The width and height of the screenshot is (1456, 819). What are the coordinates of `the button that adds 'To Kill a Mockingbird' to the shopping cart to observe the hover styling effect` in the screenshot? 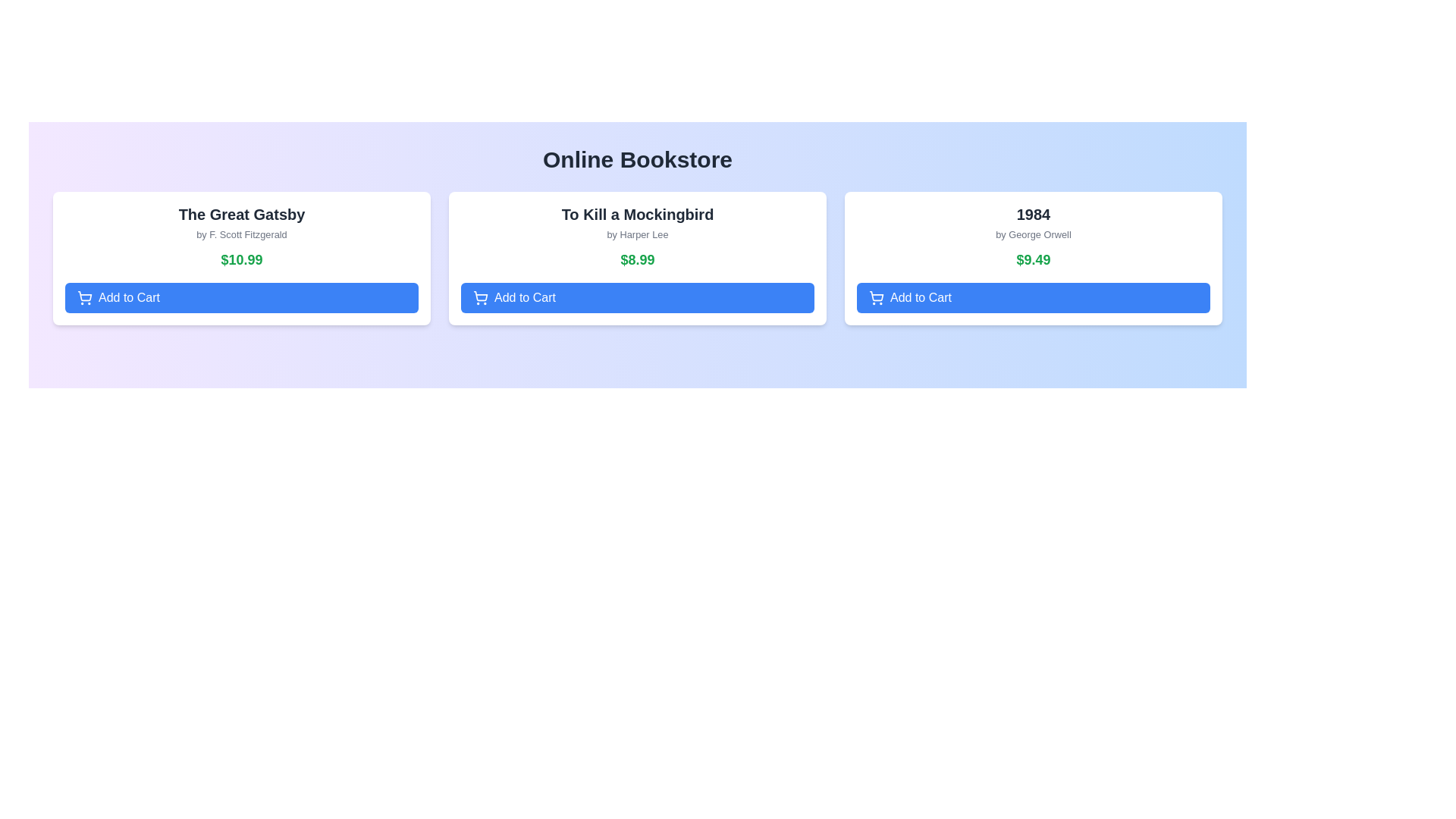 It's located at (637, 298).